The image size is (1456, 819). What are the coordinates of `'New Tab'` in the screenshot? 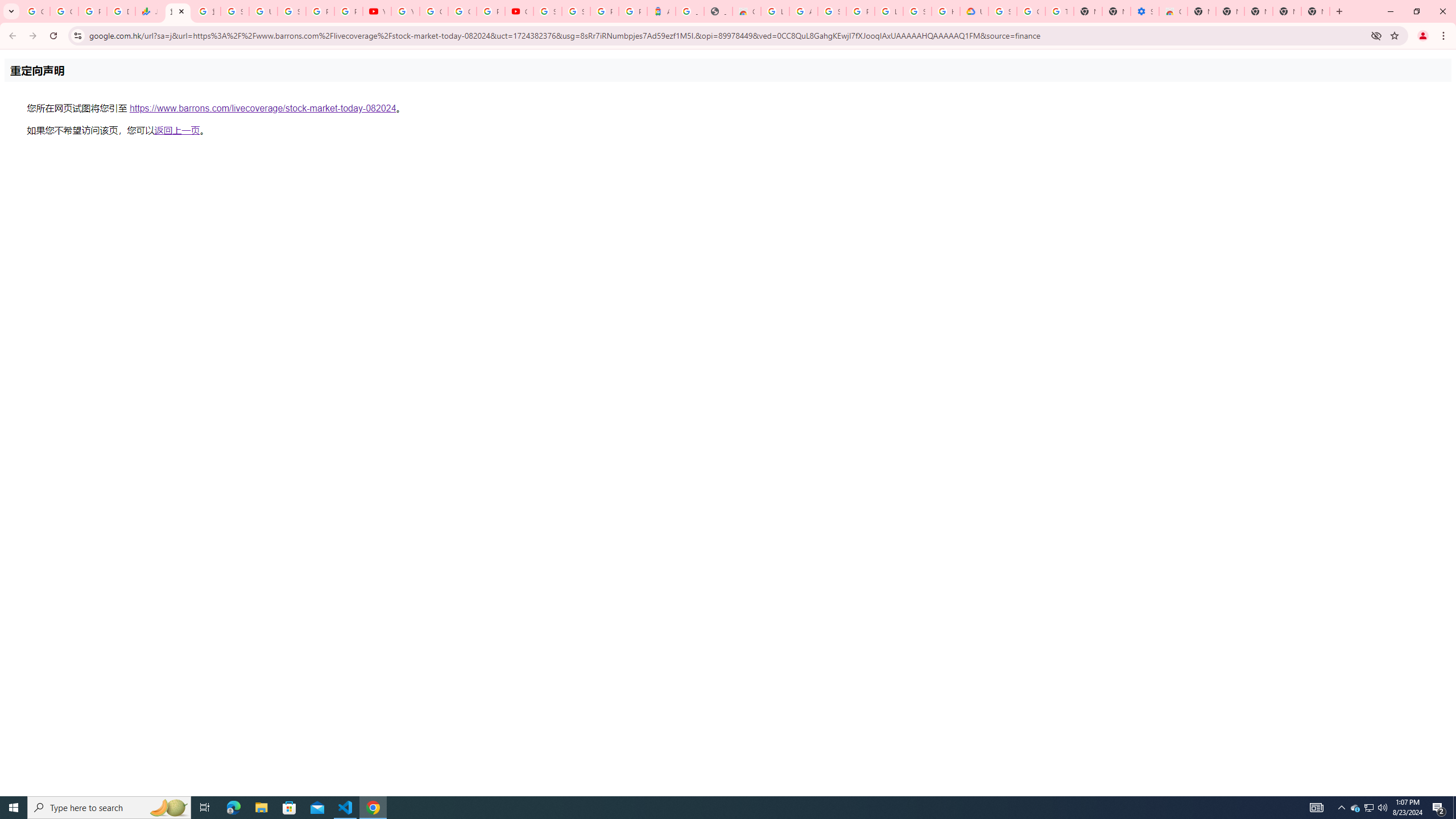 It's located at (1314, 11).